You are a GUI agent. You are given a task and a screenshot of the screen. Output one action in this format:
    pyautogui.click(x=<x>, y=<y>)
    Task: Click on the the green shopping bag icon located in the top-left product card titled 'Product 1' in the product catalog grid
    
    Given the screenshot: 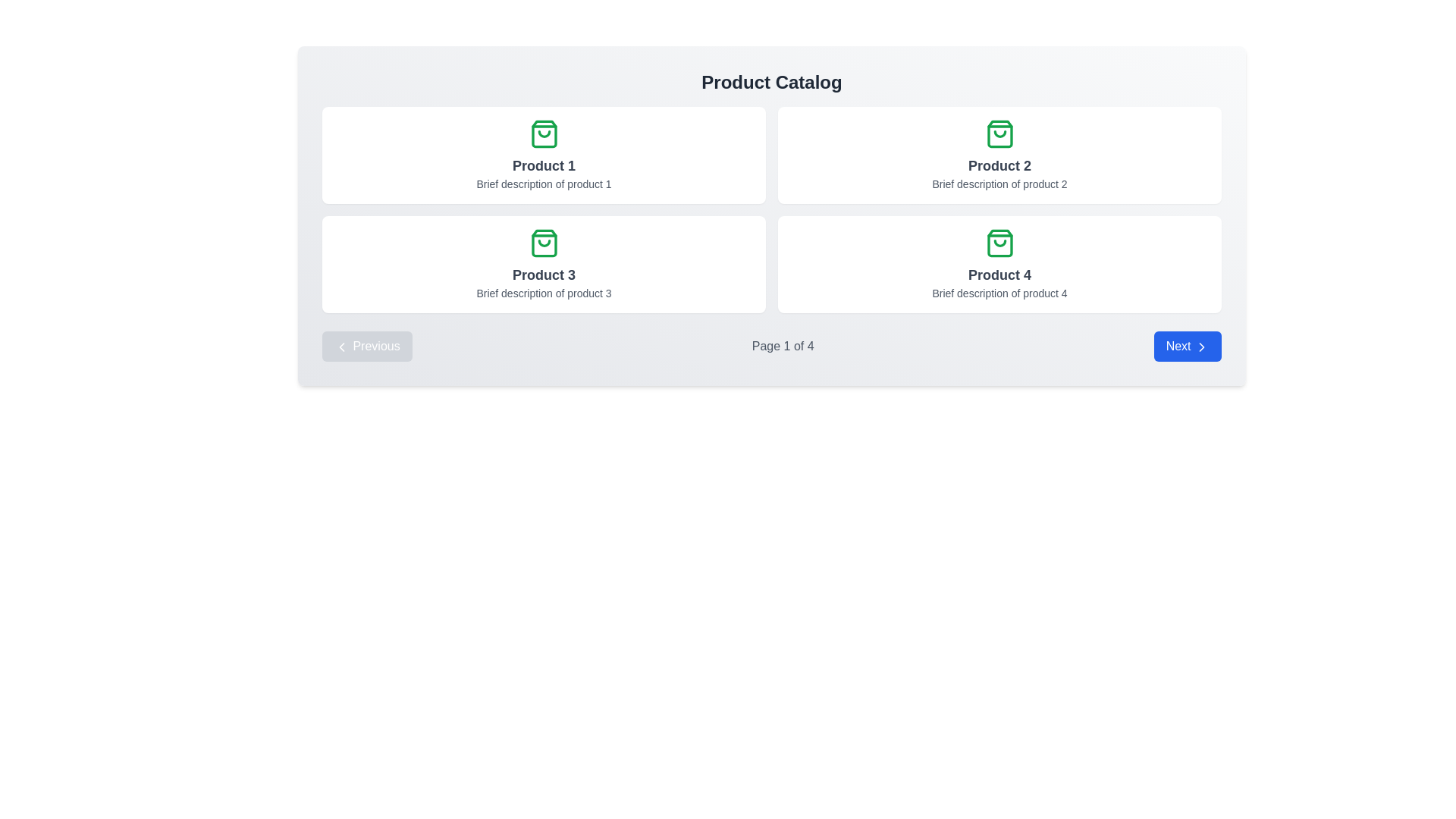 What is the action you would take?
    pyautogui.click(x=544, y=133)
    